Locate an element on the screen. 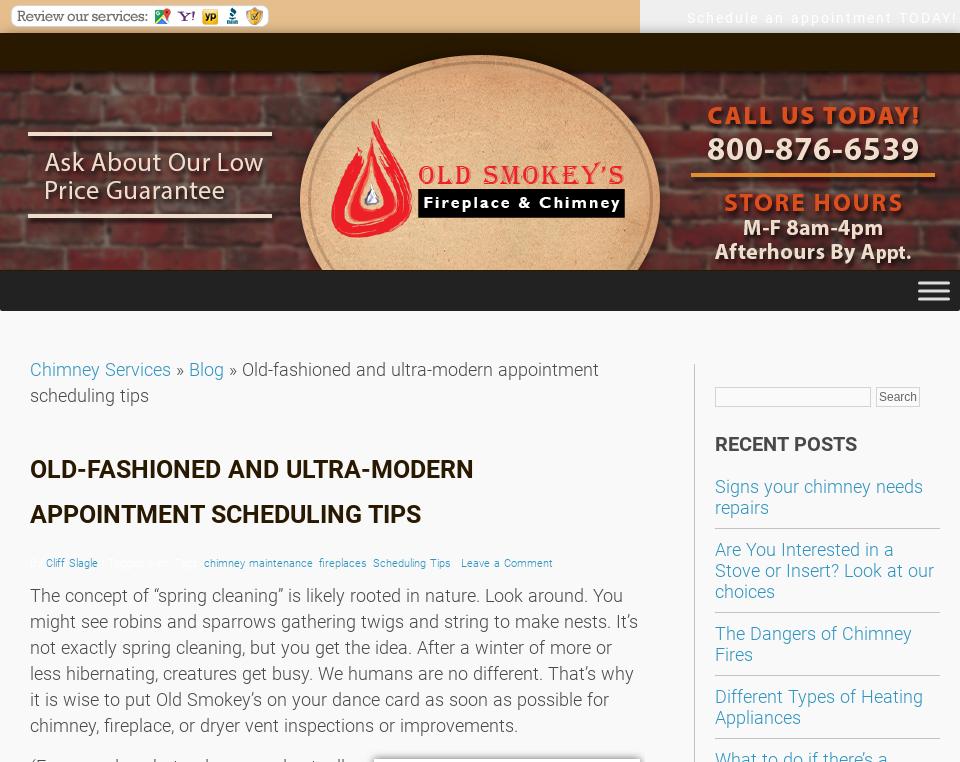  'Chimney Services' is located at coordinates (100, 369).